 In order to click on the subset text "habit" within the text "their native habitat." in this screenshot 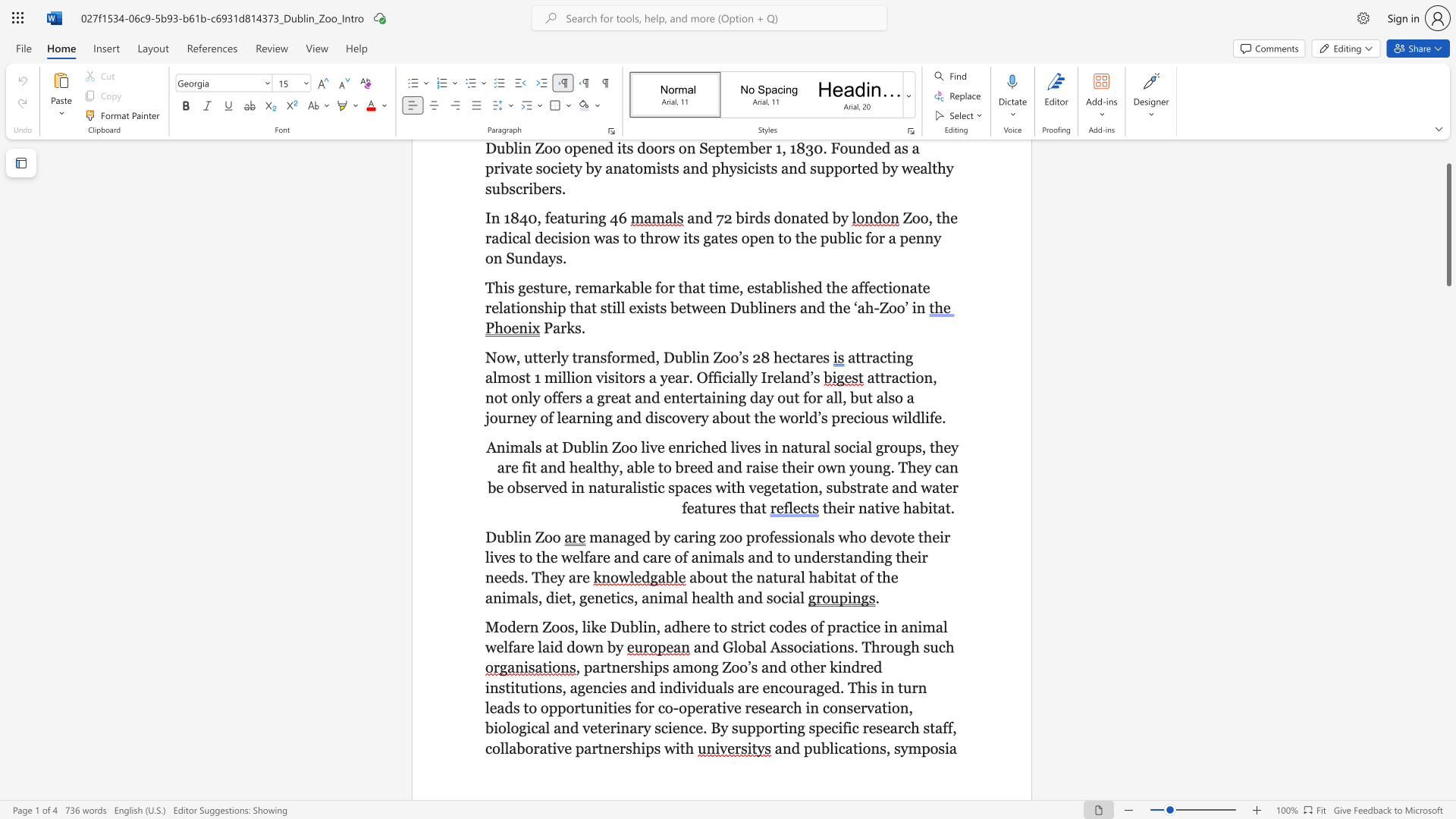, I will do `click(903, 507)`.